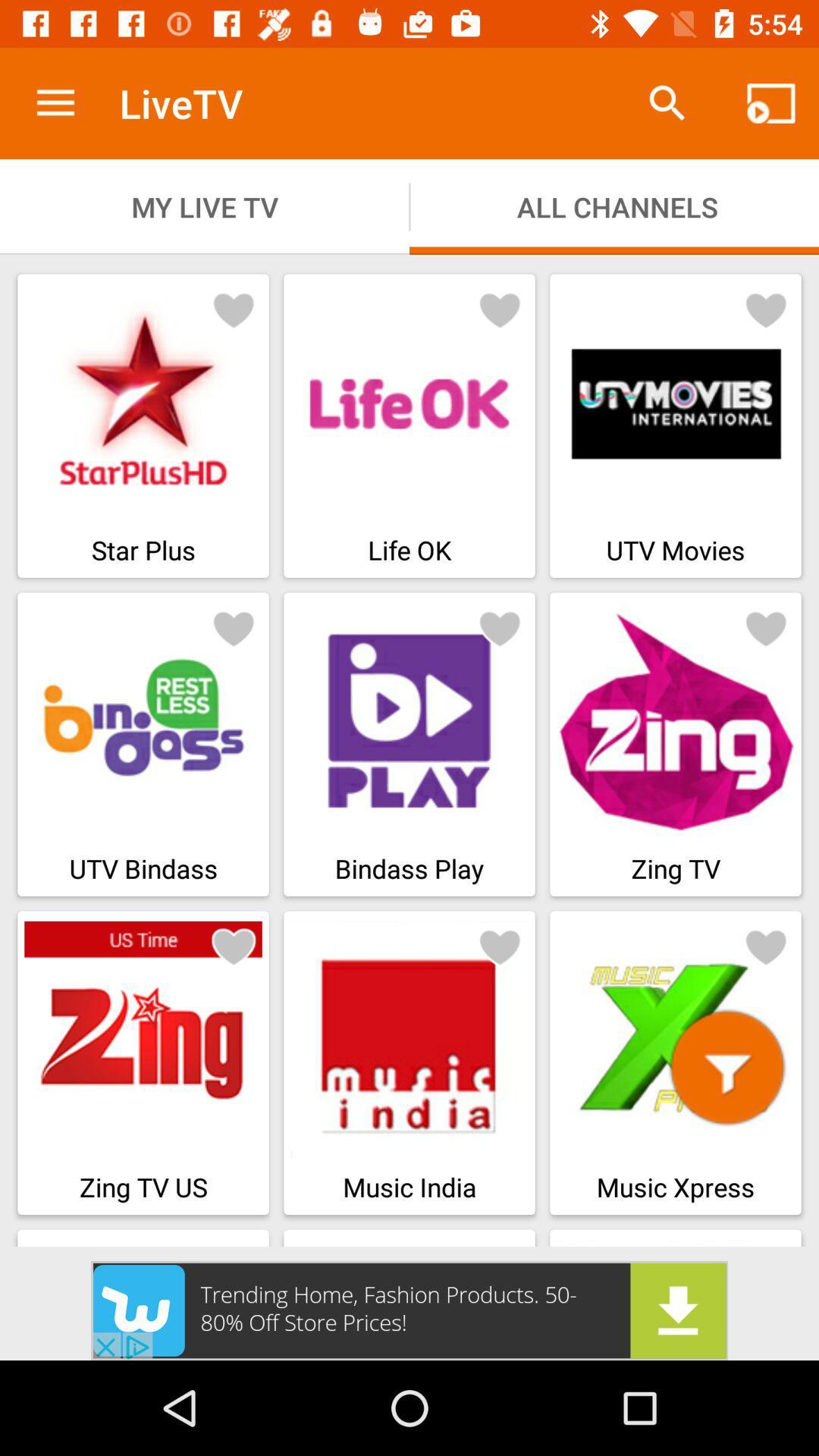 The image size is (819, 1456). What do you see at coordinates (500, 628) in the screenshot?
I see `heart page` at bounding box center [500, 628].